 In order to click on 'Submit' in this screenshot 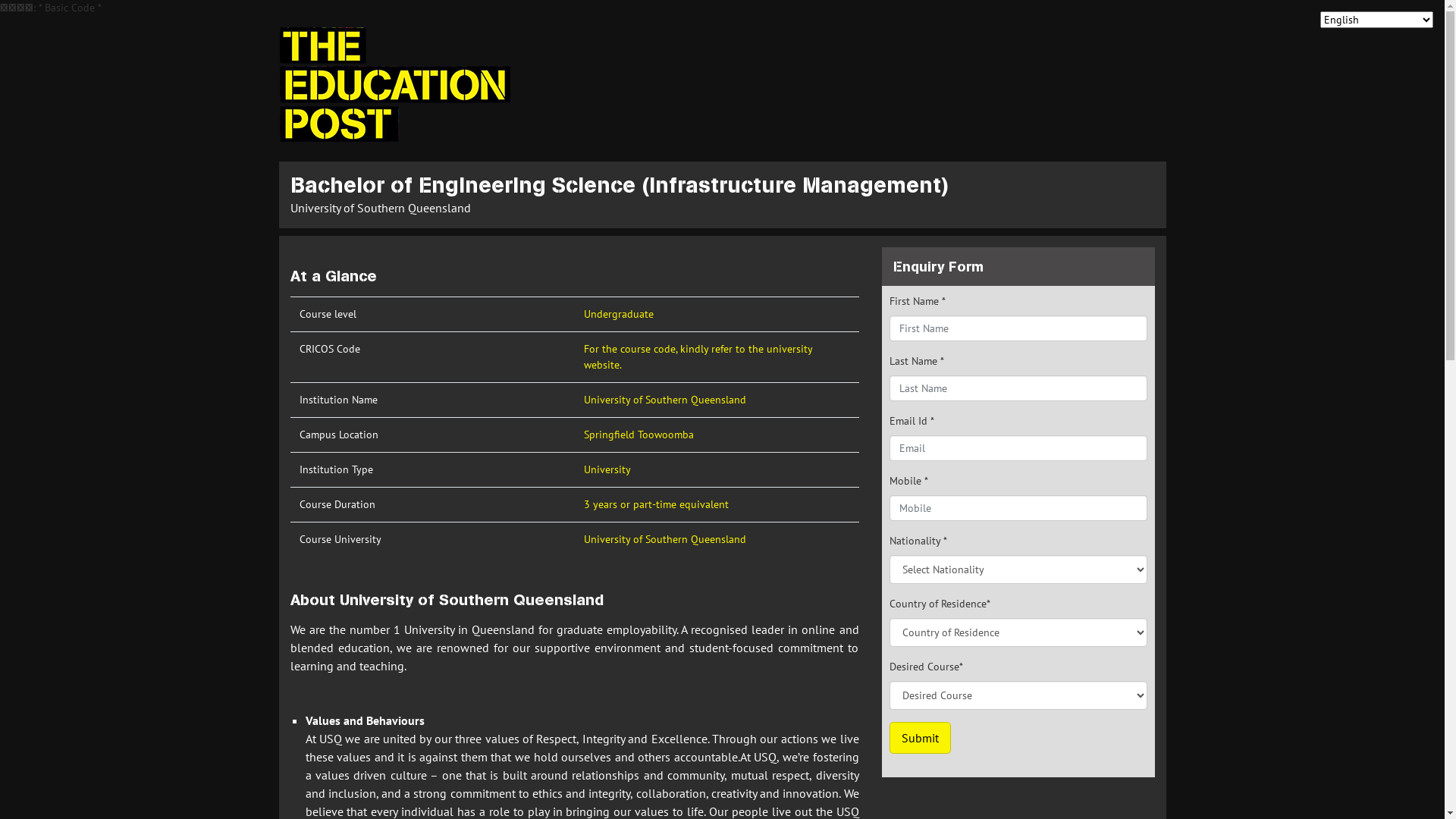, I will do `click(918, 736)`.